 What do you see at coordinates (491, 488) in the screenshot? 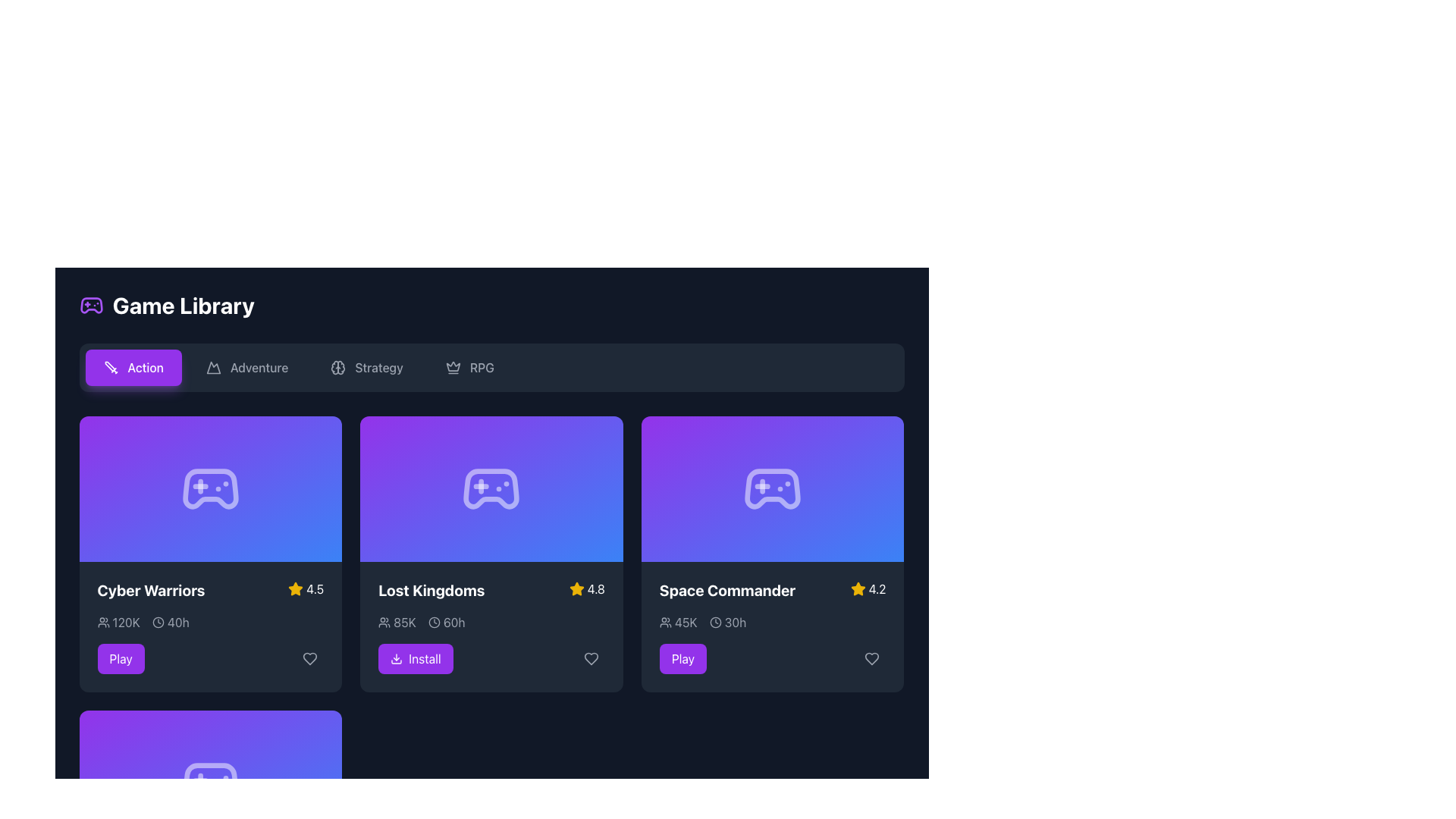
I see `the graphical icon representing the game 'Lost Kingdoms', which is the second card from the left in the 'Game Library' section` at bounding box center [491, 488].